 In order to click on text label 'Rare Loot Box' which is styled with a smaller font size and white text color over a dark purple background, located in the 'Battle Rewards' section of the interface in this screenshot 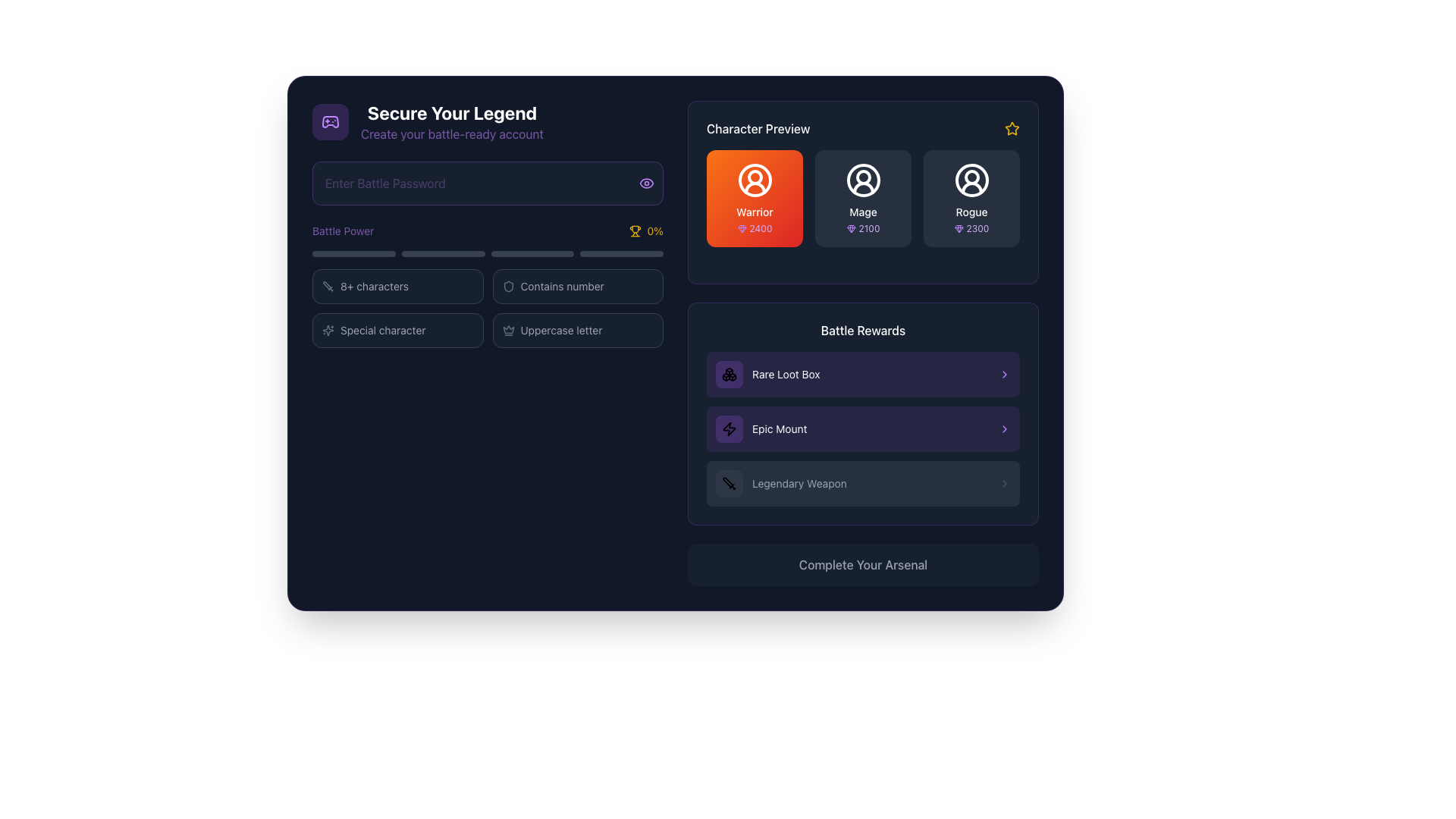, I will do `click(786, 374)`.